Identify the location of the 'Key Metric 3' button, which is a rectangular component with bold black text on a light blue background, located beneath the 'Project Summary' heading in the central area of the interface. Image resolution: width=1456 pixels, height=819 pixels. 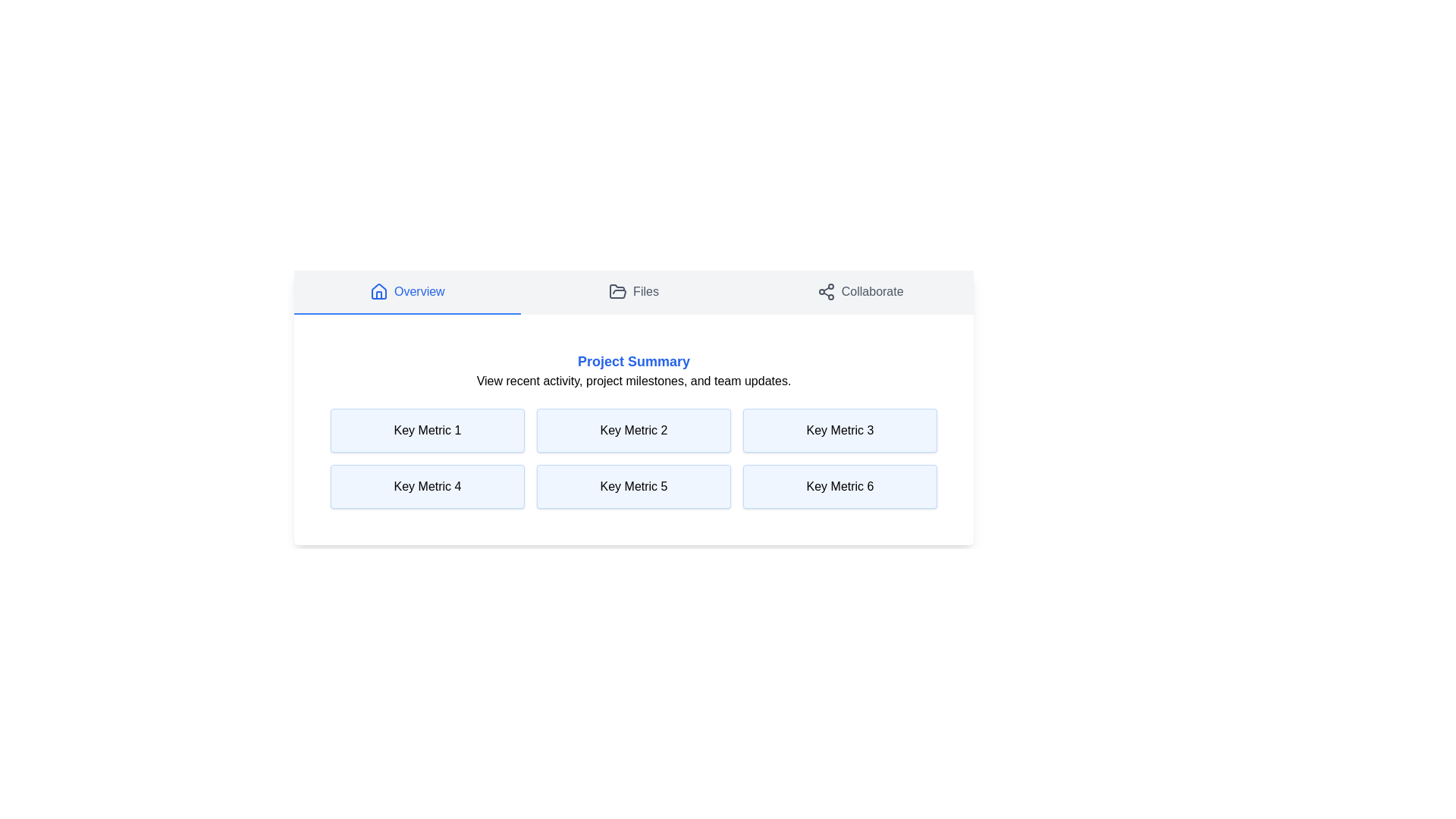
(839, 430).